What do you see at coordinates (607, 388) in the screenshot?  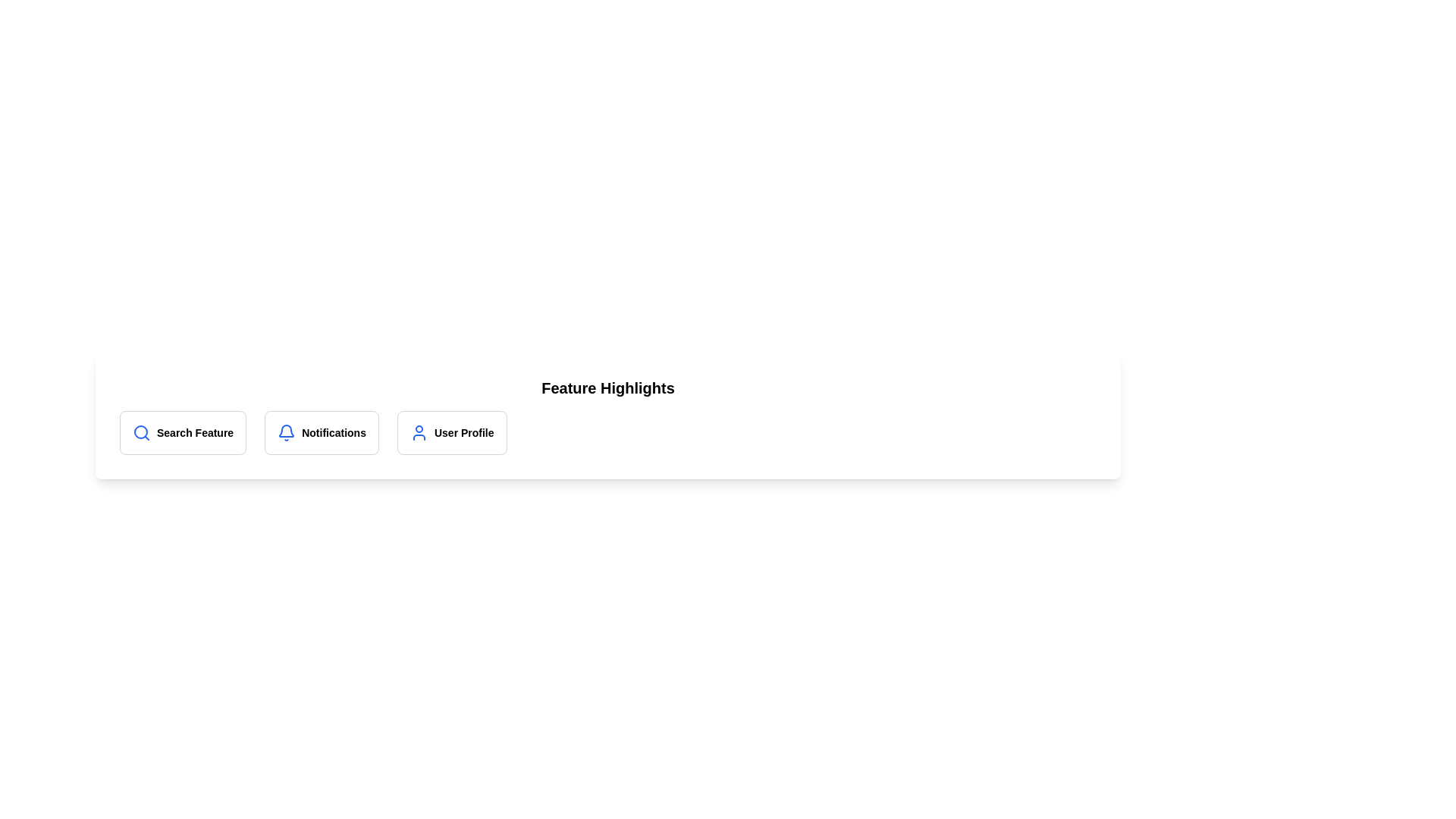 I see `the 'Feature Highlights' title to select the text` at bounding box center [607, 388].